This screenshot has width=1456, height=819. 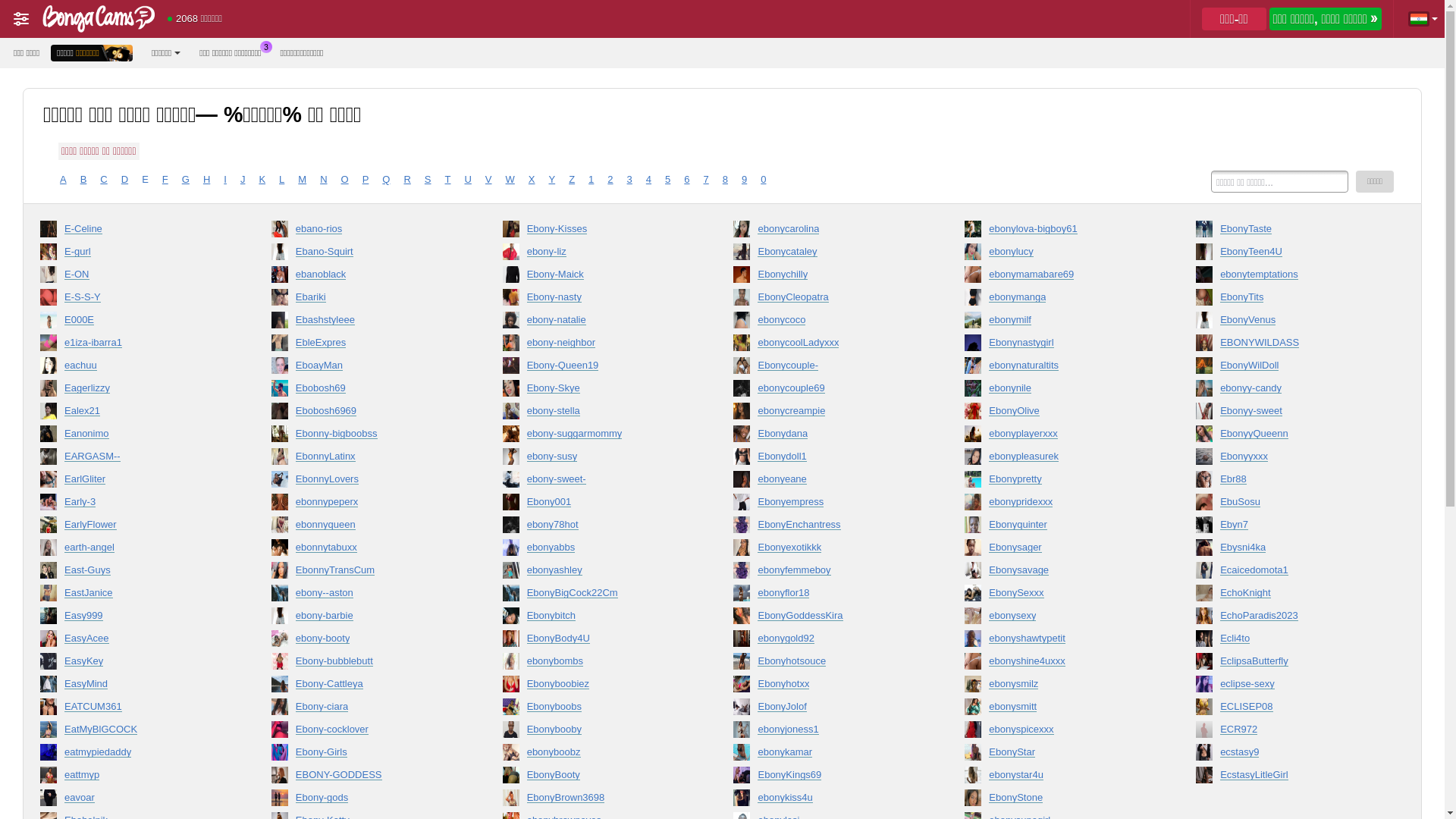 What do you see at coordinates (826, 278) in the screenshot?
I see `'Ebonychilly'` at bounding box center [826, 278].